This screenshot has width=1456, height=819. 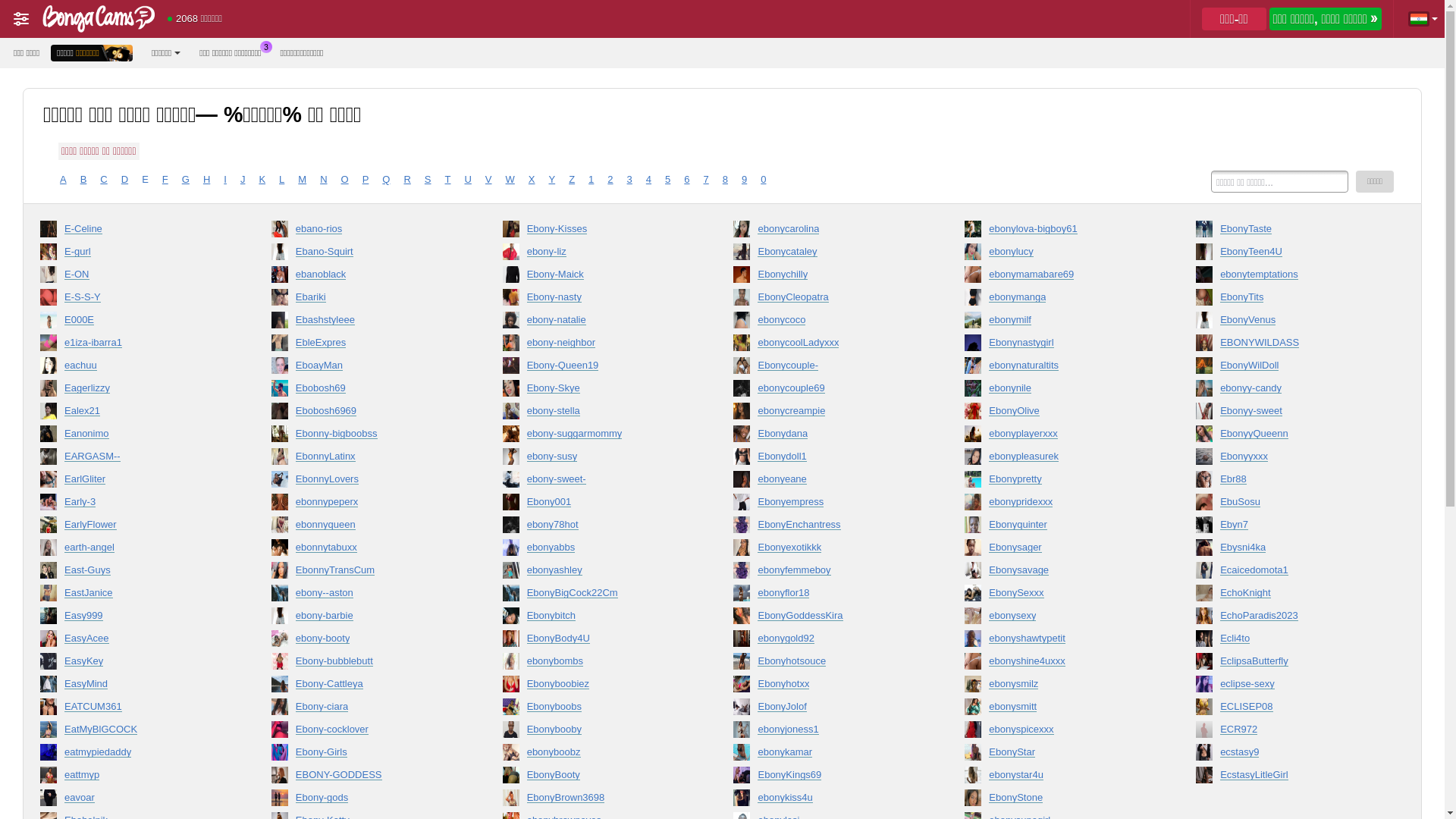 What do you see at coordinates (826, 278) in the screenshot?
I see `'Ebonychilly'` at bounding box center [826, 278].